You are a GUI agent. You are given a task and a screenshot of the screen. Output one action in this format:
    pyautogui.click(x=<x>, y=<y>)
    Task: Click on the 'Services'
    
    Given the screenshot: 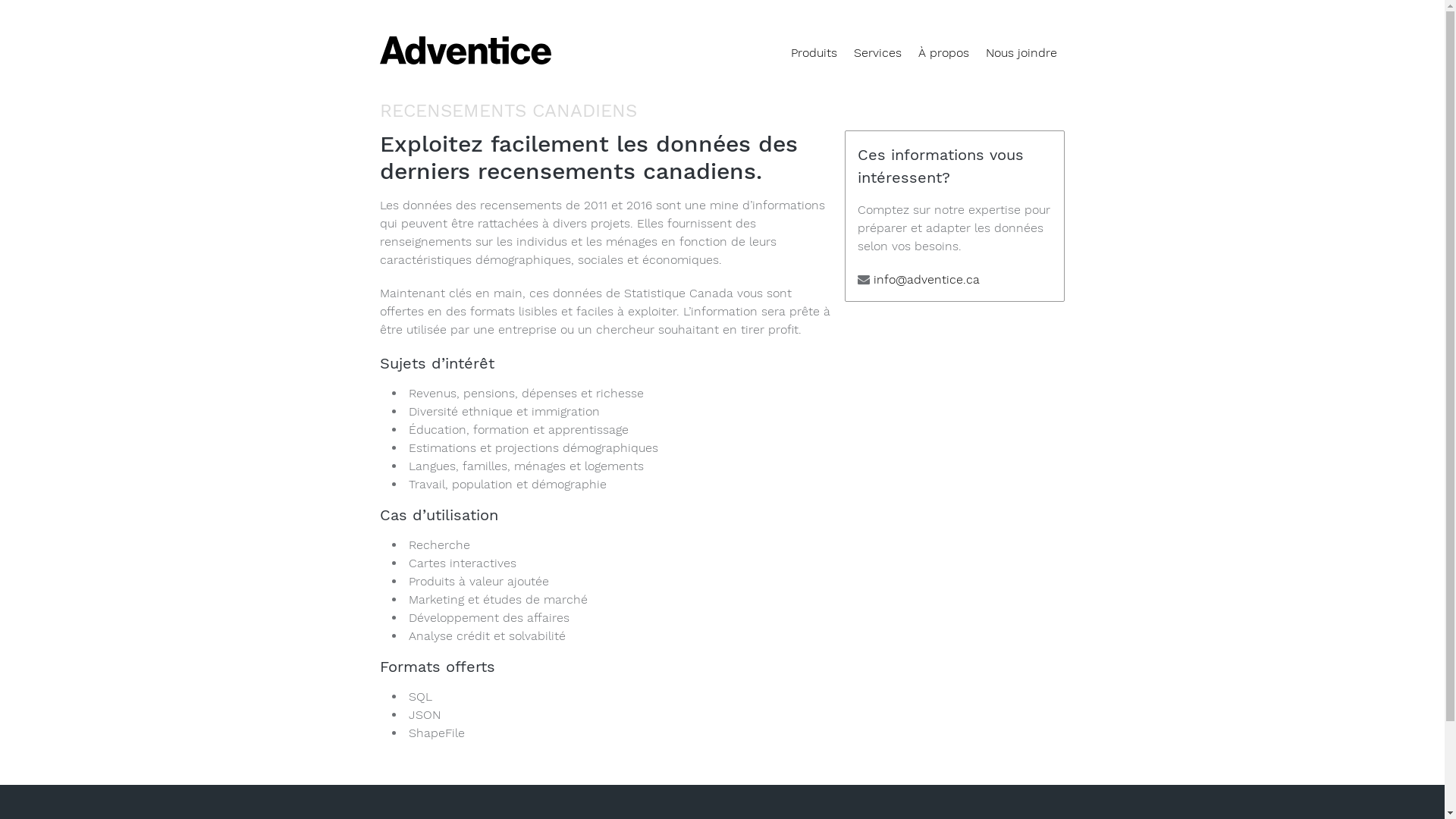 What is the action you would take?
    pyautogui.click(x=877, y=52)
    